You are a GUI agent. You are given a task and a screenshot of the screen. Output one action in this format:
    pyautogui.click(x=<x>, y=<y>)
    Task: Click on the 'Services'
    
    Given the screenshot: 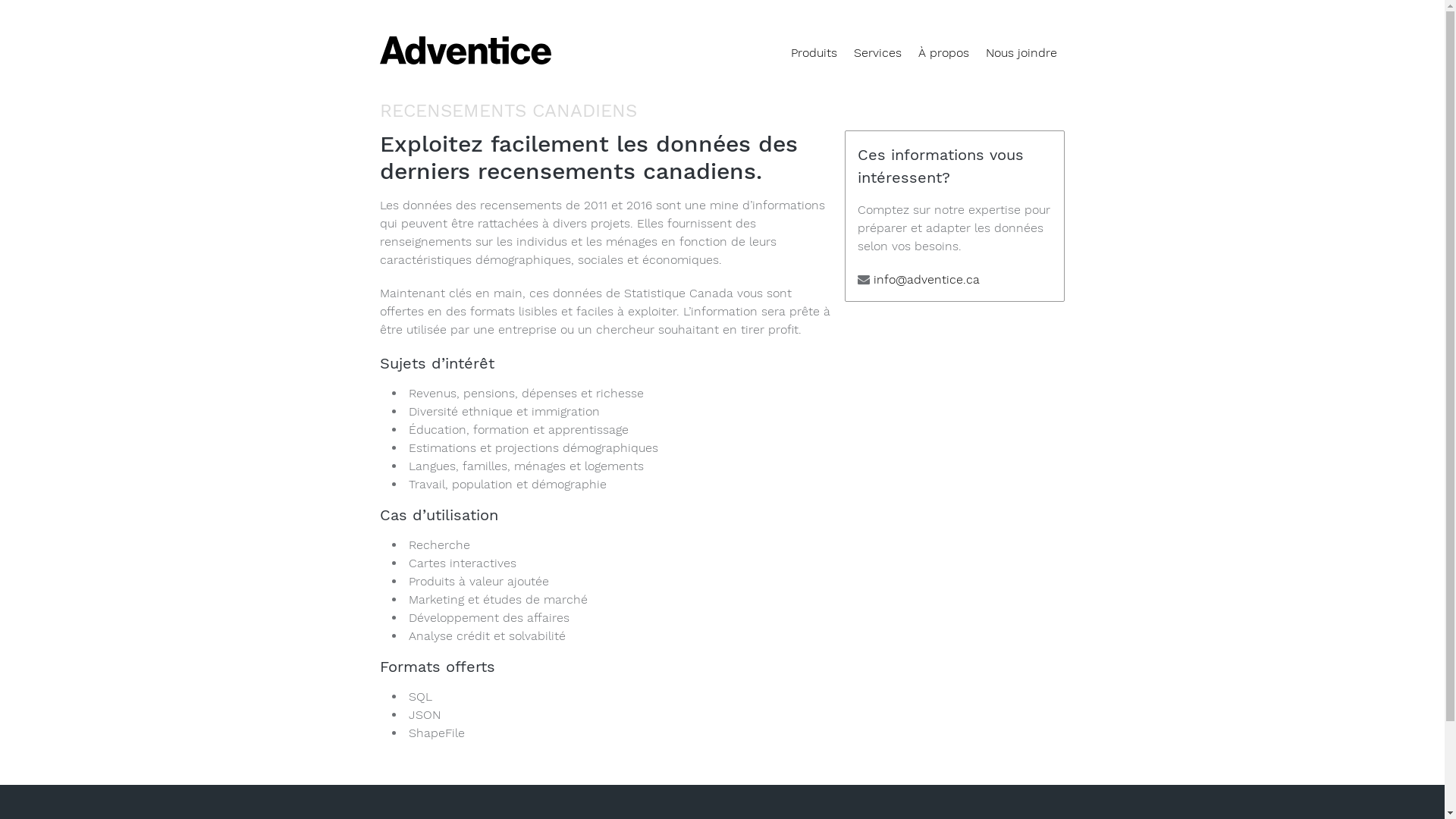 What is the action you would take?
    pyautogui.click(x=877, y=52)
    